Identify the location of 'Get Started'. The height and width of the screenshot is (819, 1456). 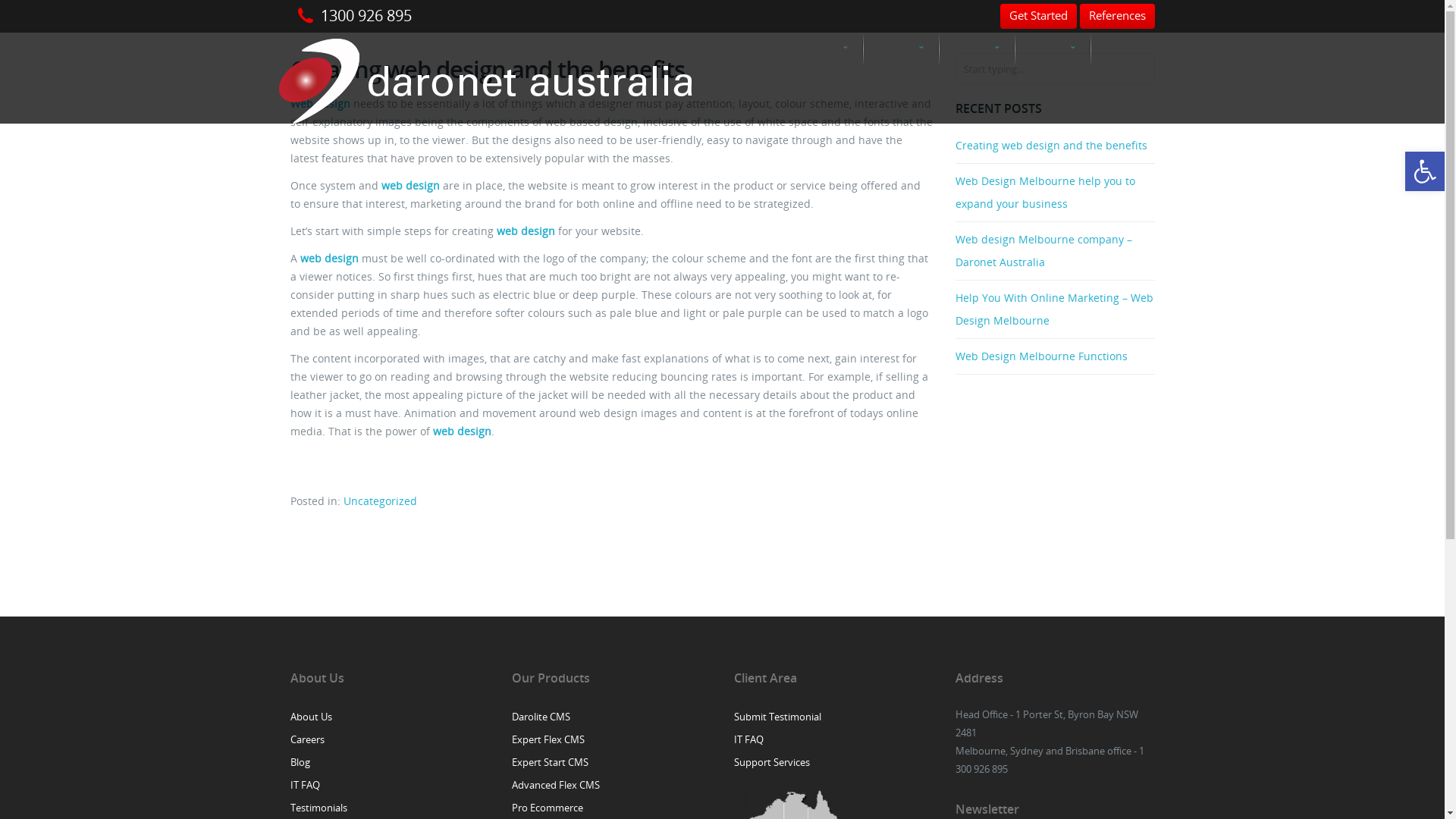
(1037, 16).